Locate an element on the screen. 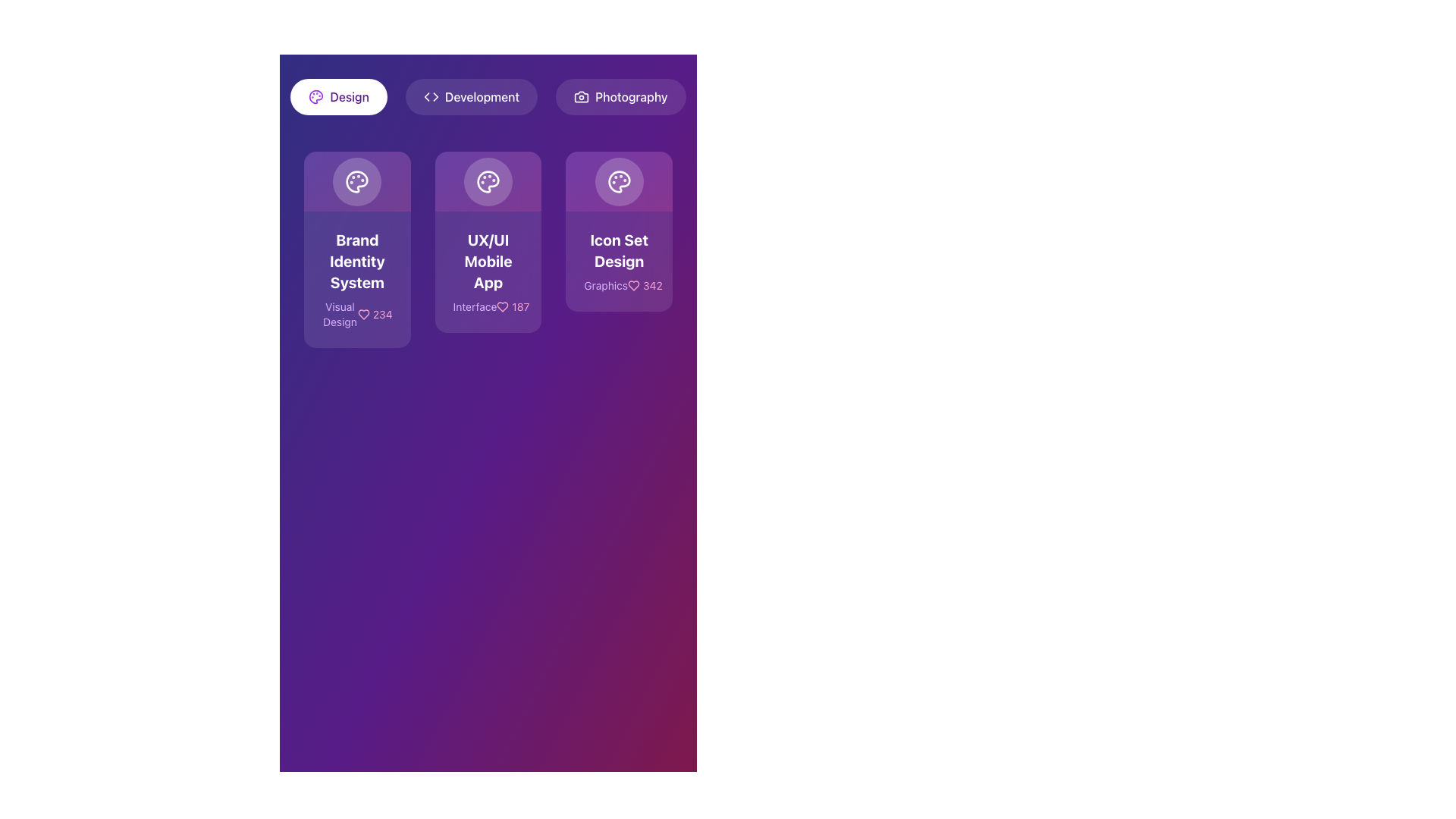  text from the purple 'Interface' label located underneath the 'UX/UI Mobile App' heading in the middle card of three horizontally arranged cards is located at coordinates (474, 307).